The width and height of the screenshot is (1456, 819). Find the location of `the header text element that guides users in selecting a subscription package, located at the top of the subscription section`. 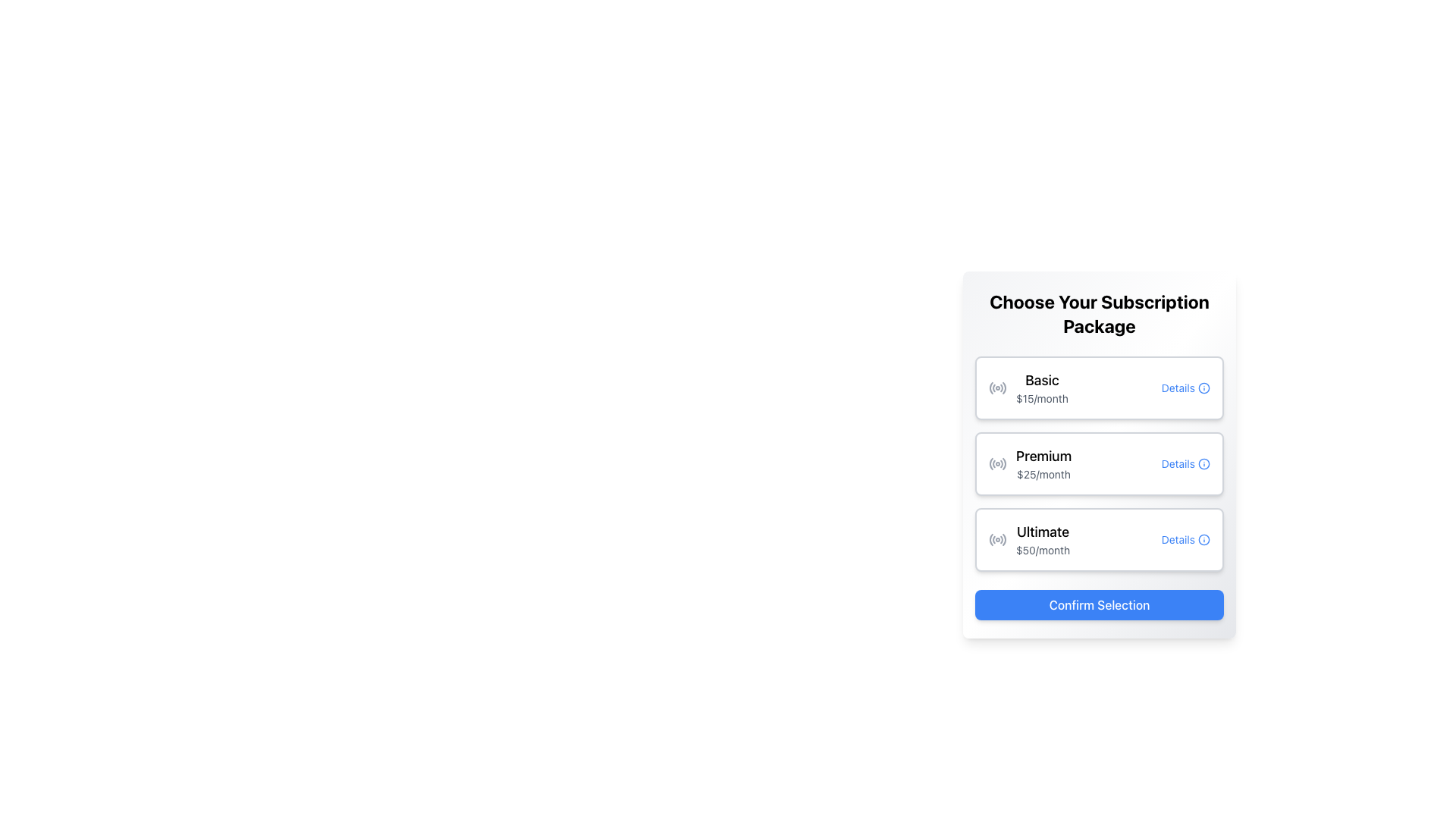

the header text element that guides users in selecting a subscription package, located at the top of the subscription section is located at coordinates (1099, 312).